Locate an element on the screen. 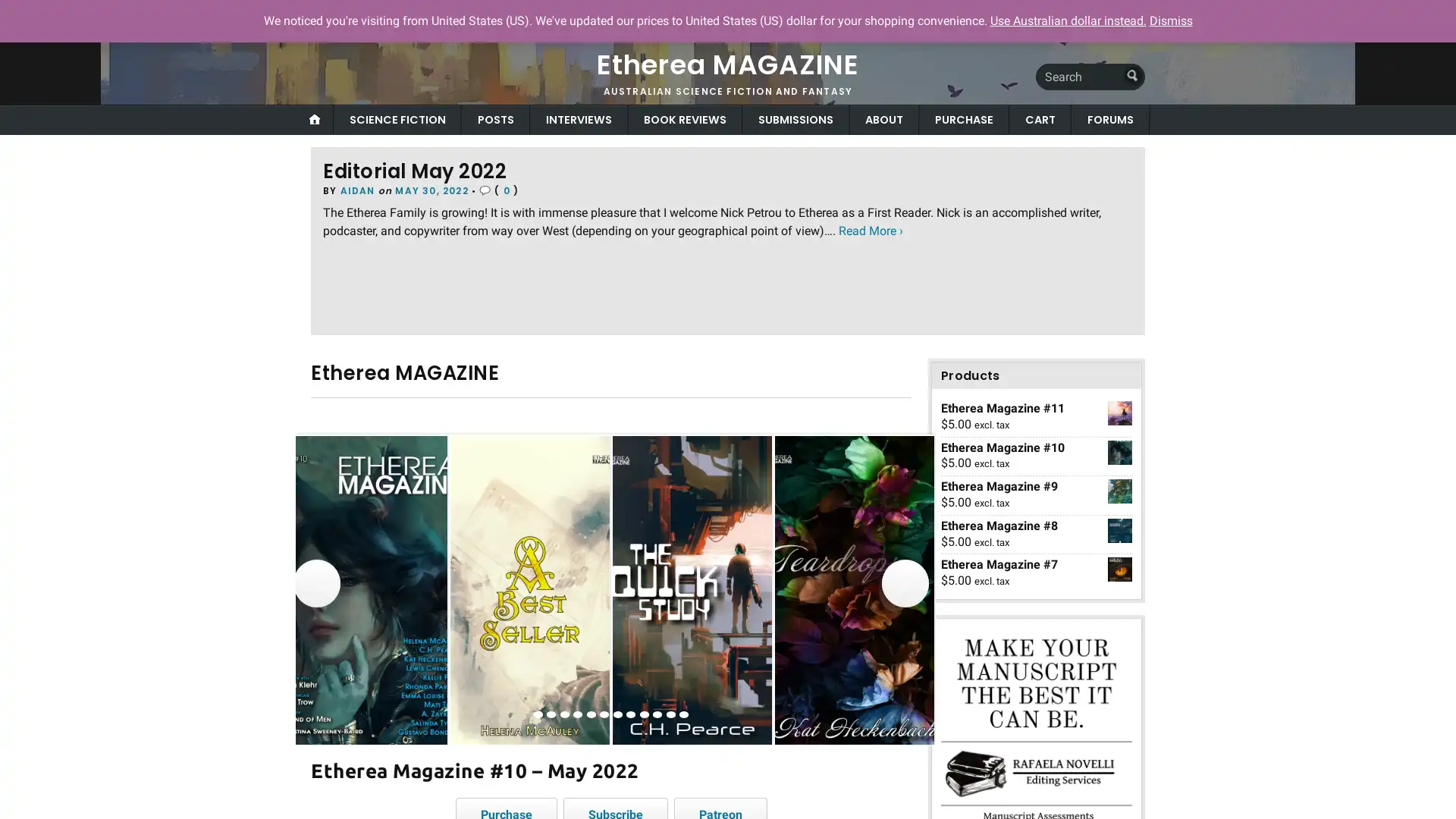  view image 12 of 12 in carousel is located at coordinates (683, 714).